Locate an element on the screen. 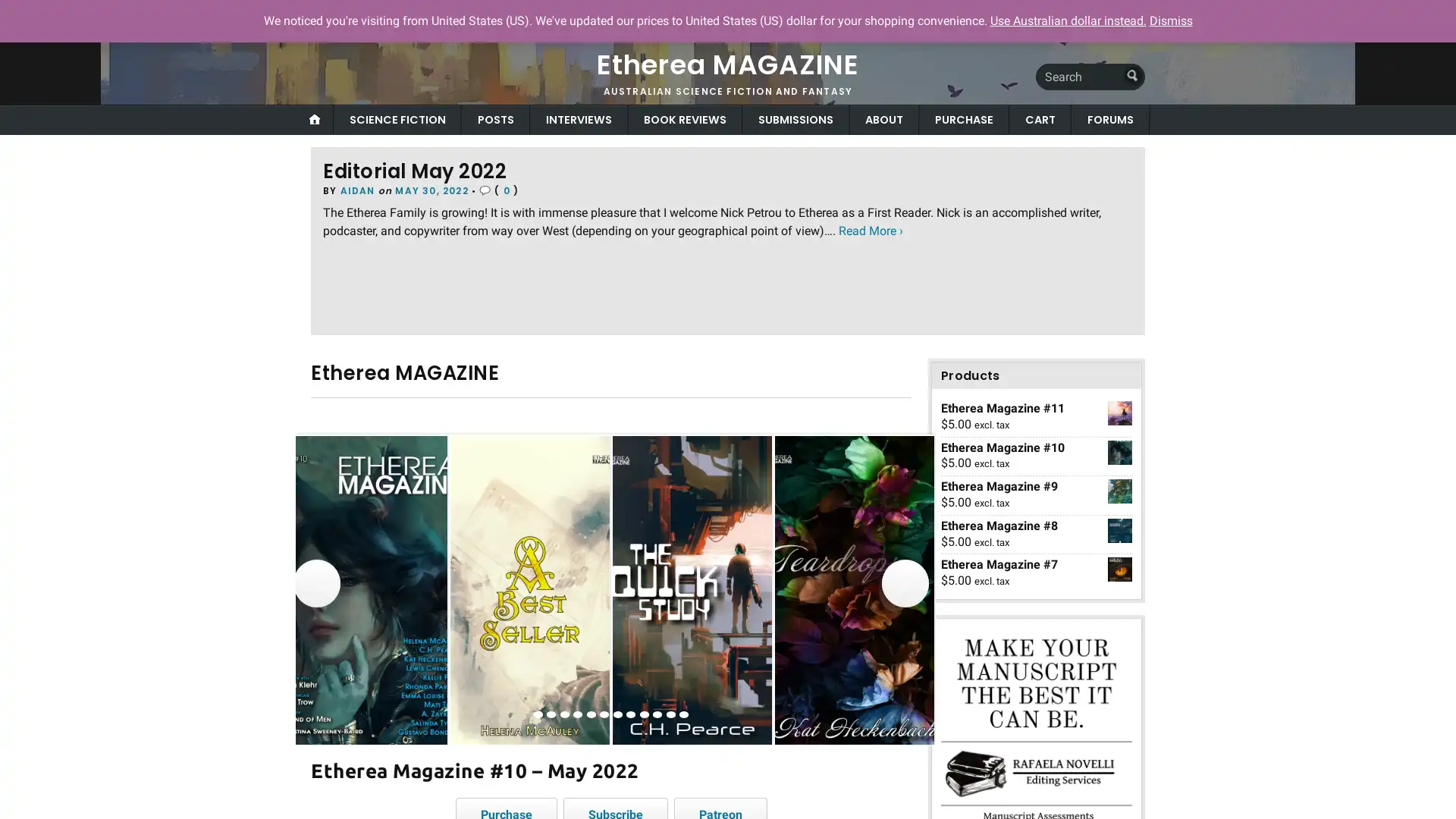  view image 12 of 12 in carousel is located at coordinates (683, 714).